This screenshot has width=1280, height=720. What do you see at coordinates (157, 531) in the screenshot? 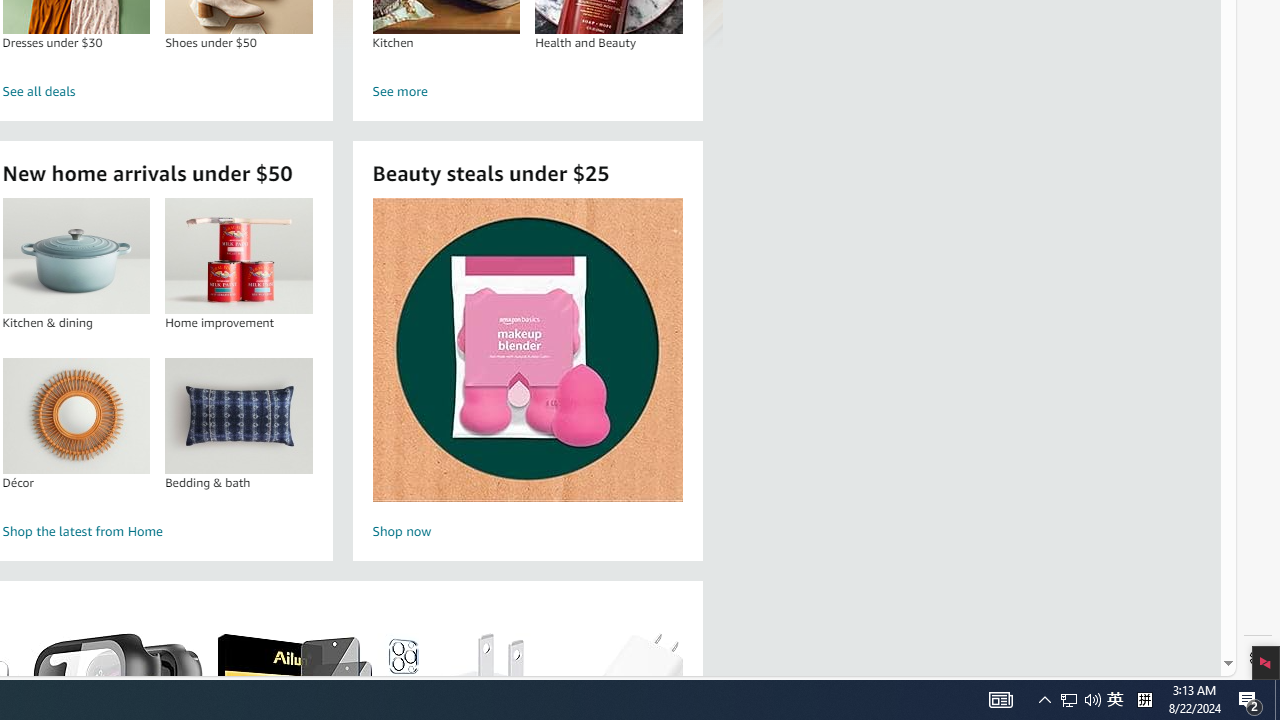
I see `'Shop the latest from Home'` at bounding box center [157, 531].